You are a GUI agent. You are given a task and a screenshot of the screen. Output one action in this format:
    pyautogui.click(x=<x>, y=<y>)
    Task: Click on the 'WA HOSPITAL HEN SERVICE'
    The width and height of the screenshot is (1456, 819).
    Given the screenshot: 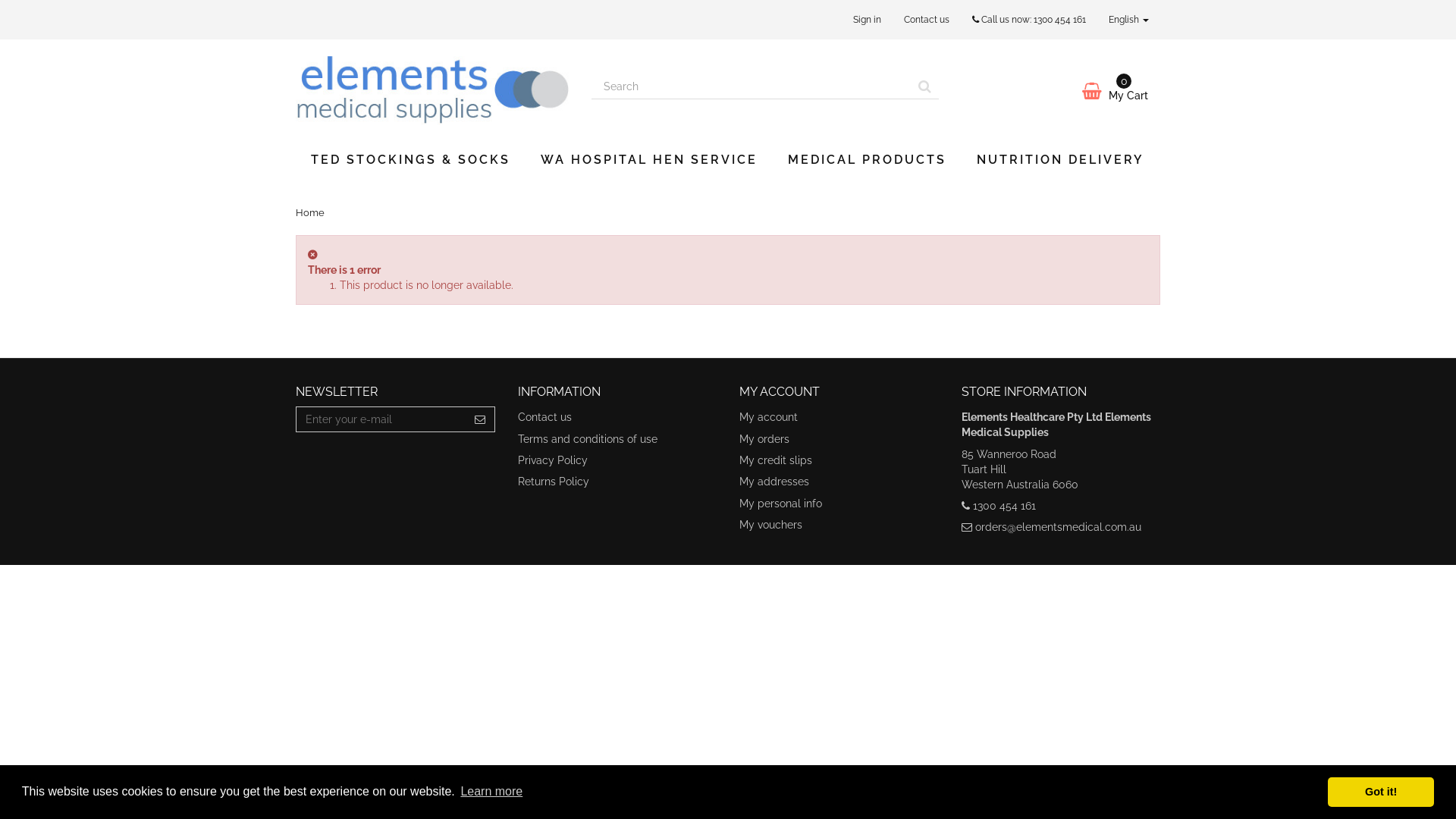 What is the action you would take?
    pyautogui.click(x=648, y=160)
    